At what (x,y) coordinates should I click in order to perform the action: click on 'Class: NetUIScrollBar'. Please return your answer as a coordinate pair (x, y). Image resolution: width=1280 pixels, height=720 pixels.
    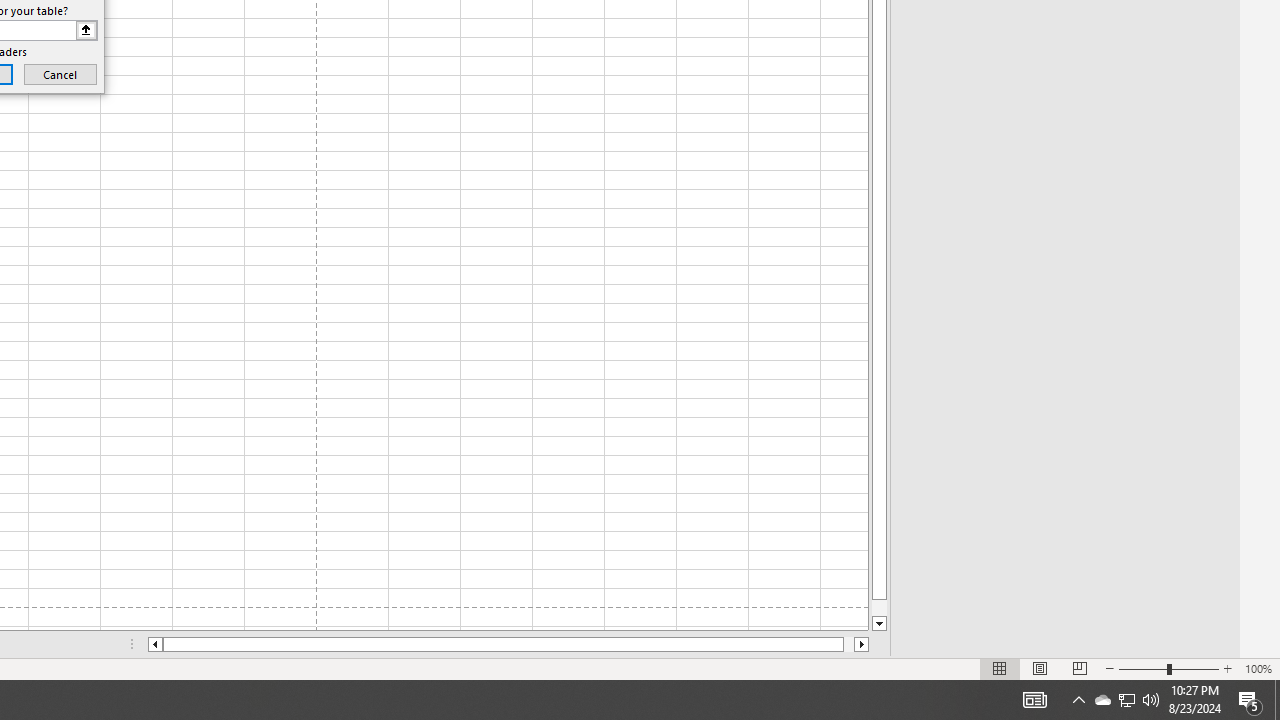
    Looking at the image, I should click on (508, 644).